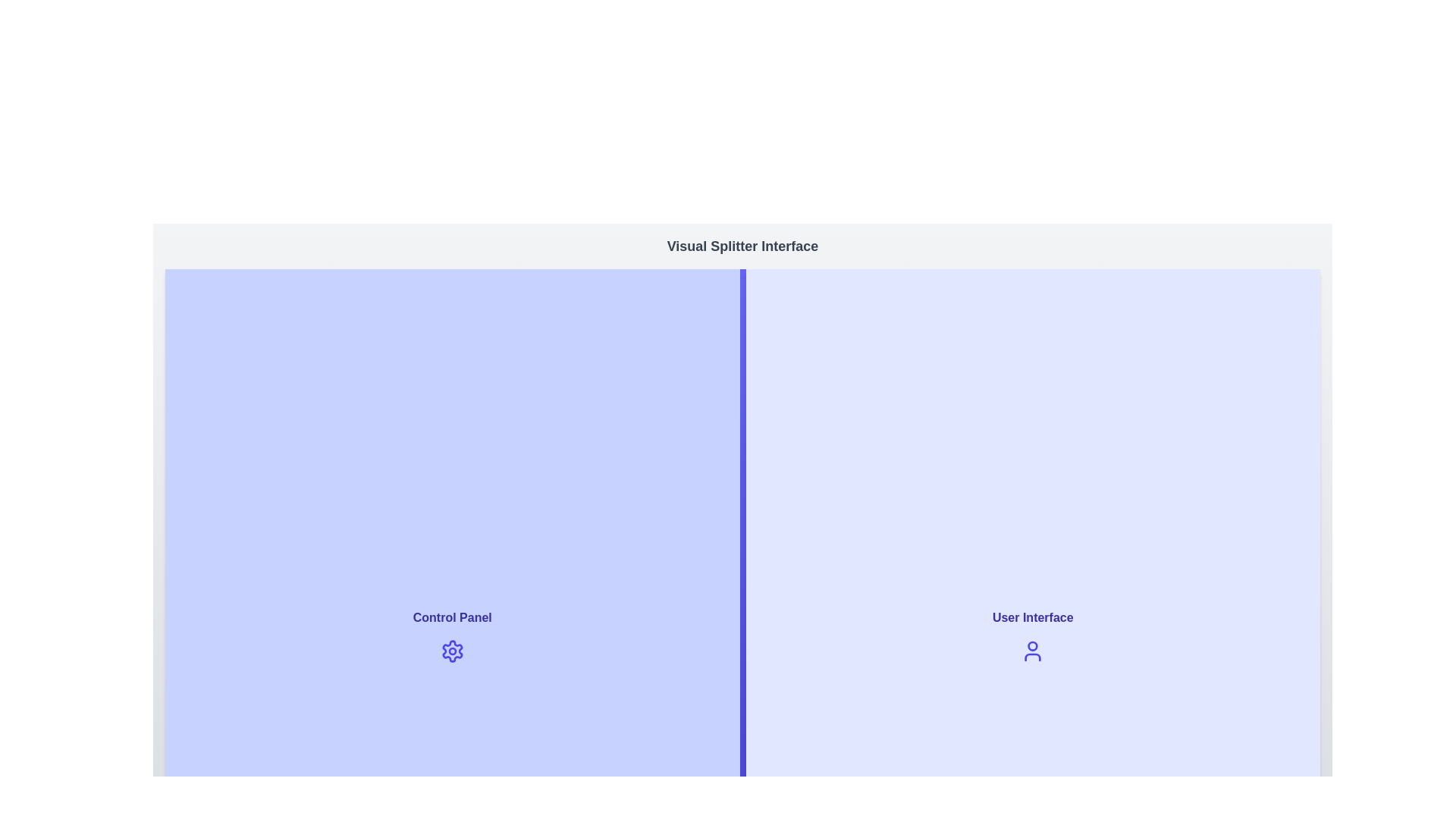  What do you see at coordinates (451, 617) in the screenshot?
I see `the text label displaying 'Control Panel', which is styled in bold dark indigo and located in the left section of a split-panel layout` at bounding box center [451, 617].